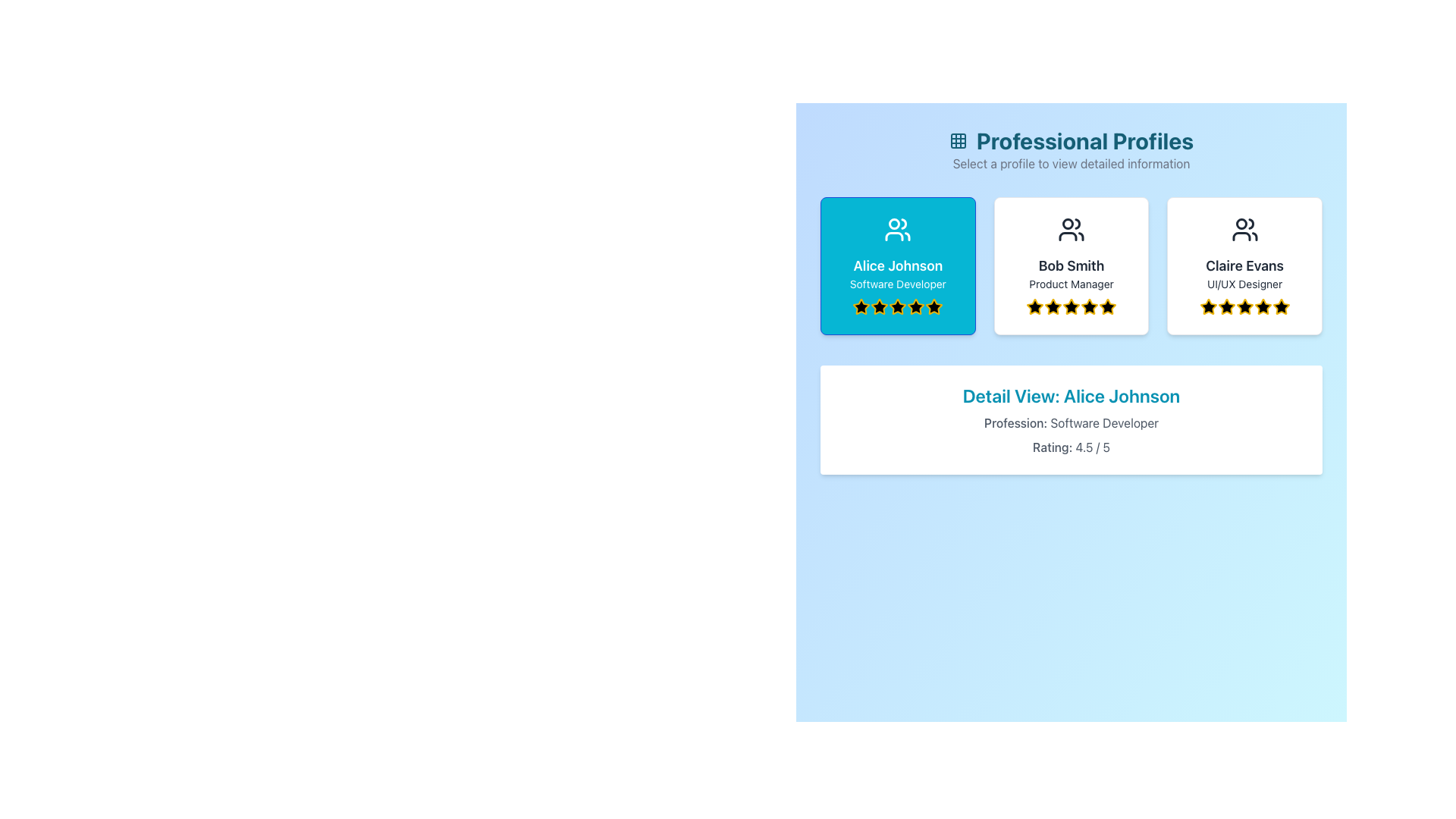  Describe the element at coordinates (1033, 307) in the screenshot. I see `the second star icon, which has a yellow outline and black fill, to interpret its role in the rating system` at that location.